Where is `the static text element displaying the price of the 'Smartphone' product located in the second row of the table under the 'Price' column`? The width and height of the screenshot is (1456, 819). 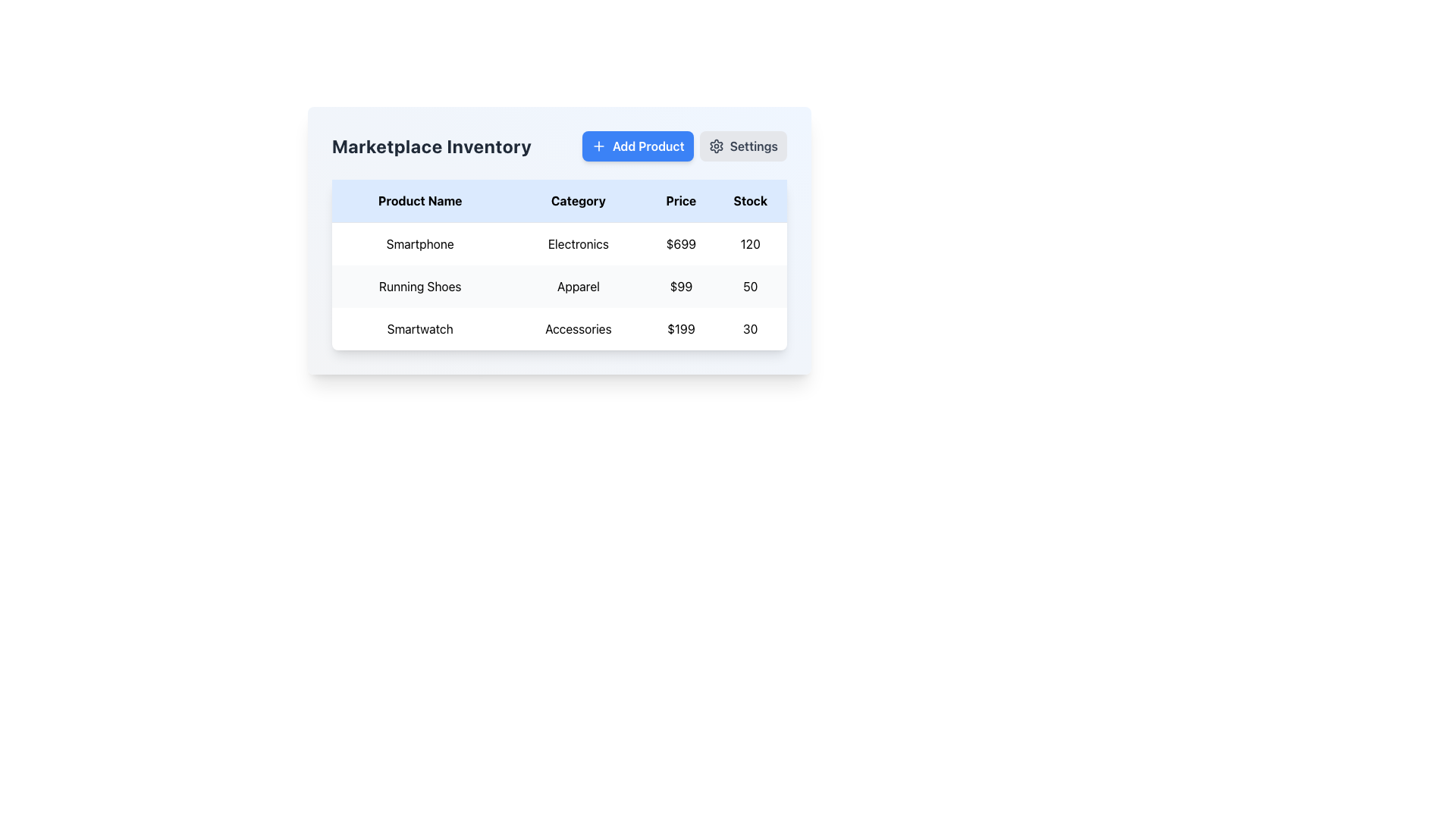 the static text element displaying the price of the 'Smartphone' product located in the second row of the table under the 'Price' column is located at coordinates (680, 243).